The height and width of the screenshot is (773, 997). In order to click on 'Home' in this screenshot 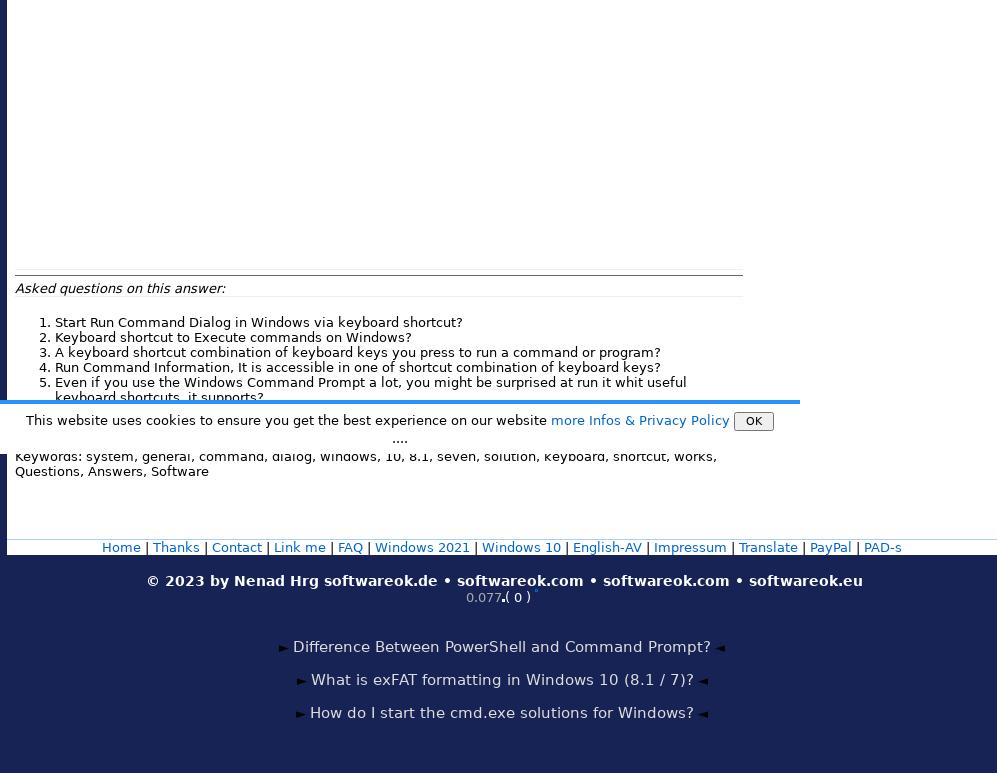, I will do `click(101, 546)`.